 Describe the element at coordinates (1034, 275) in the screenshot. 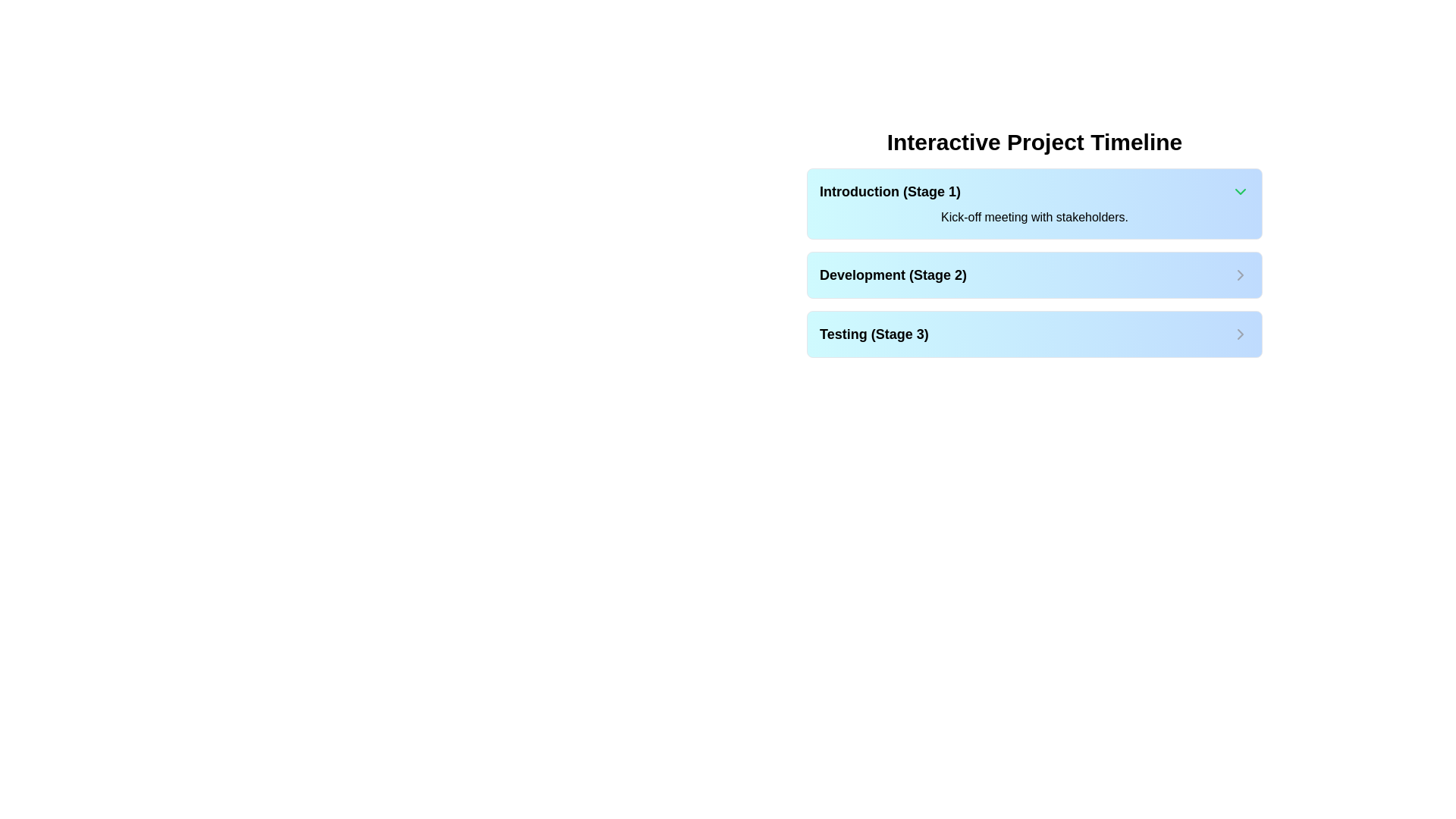

I see `the horizontally-oriented section labeled 'Development (Stage 2)'` at that location.